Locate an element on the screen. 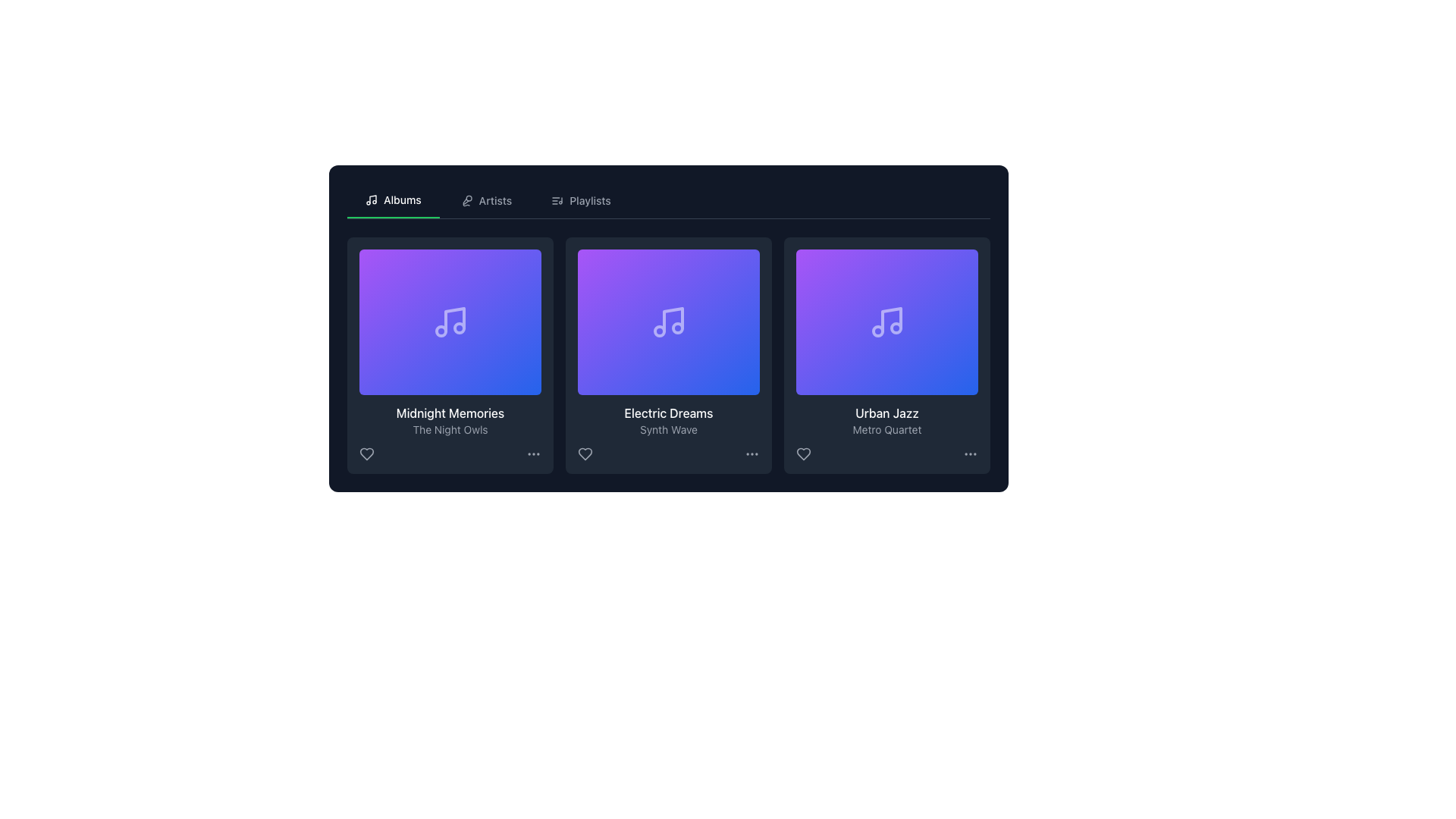  the playlist icon located in the navigation area, specifically to the left of the 'Playlists' text tab is located at coordinates (557, 200).